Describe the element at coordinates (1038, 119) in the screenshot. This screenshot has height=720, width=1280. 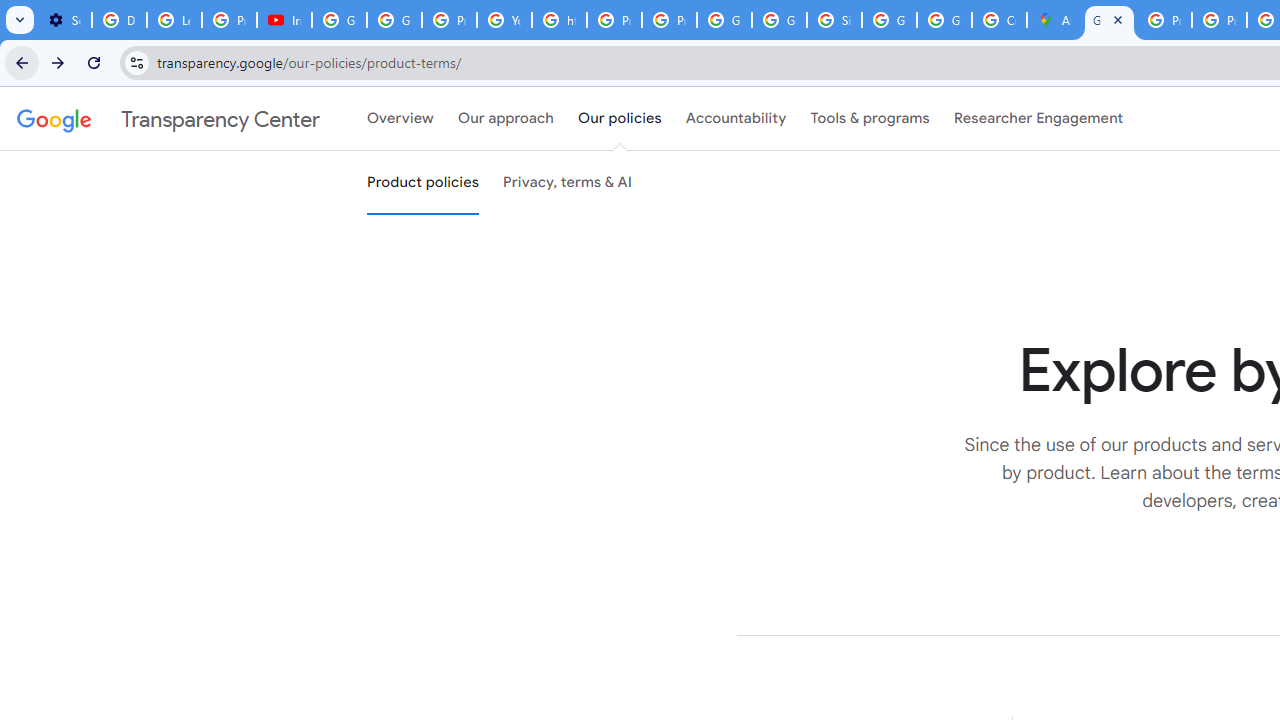
I see `'Researcher Engagement'` at that location.